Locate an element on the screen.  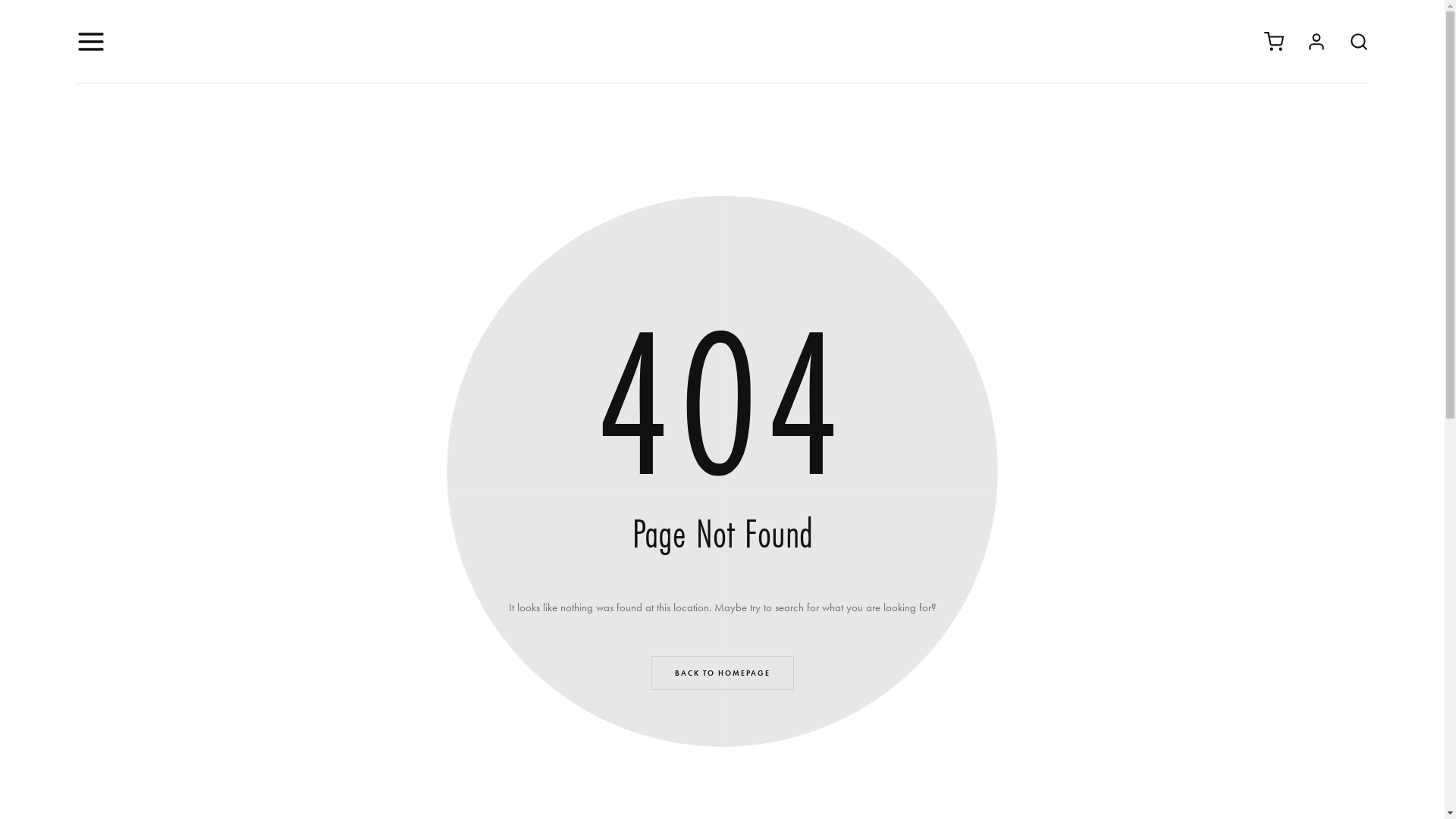
'BACK TO HOMEPAGE' is located at coordinates (720, 672).